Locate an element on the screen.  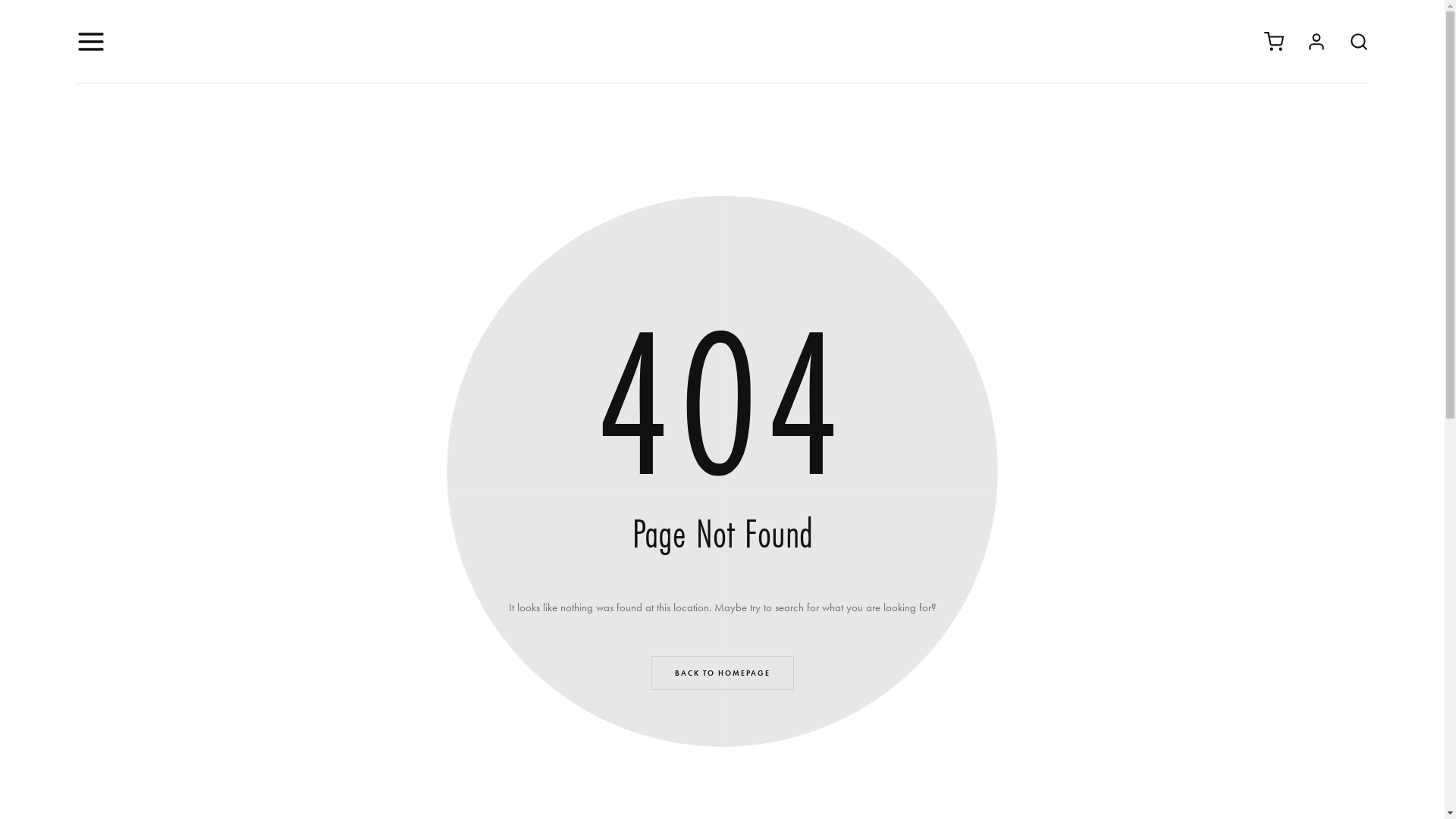
'BACK TO HOMEPAGE' is located at coordinates (720, 672).